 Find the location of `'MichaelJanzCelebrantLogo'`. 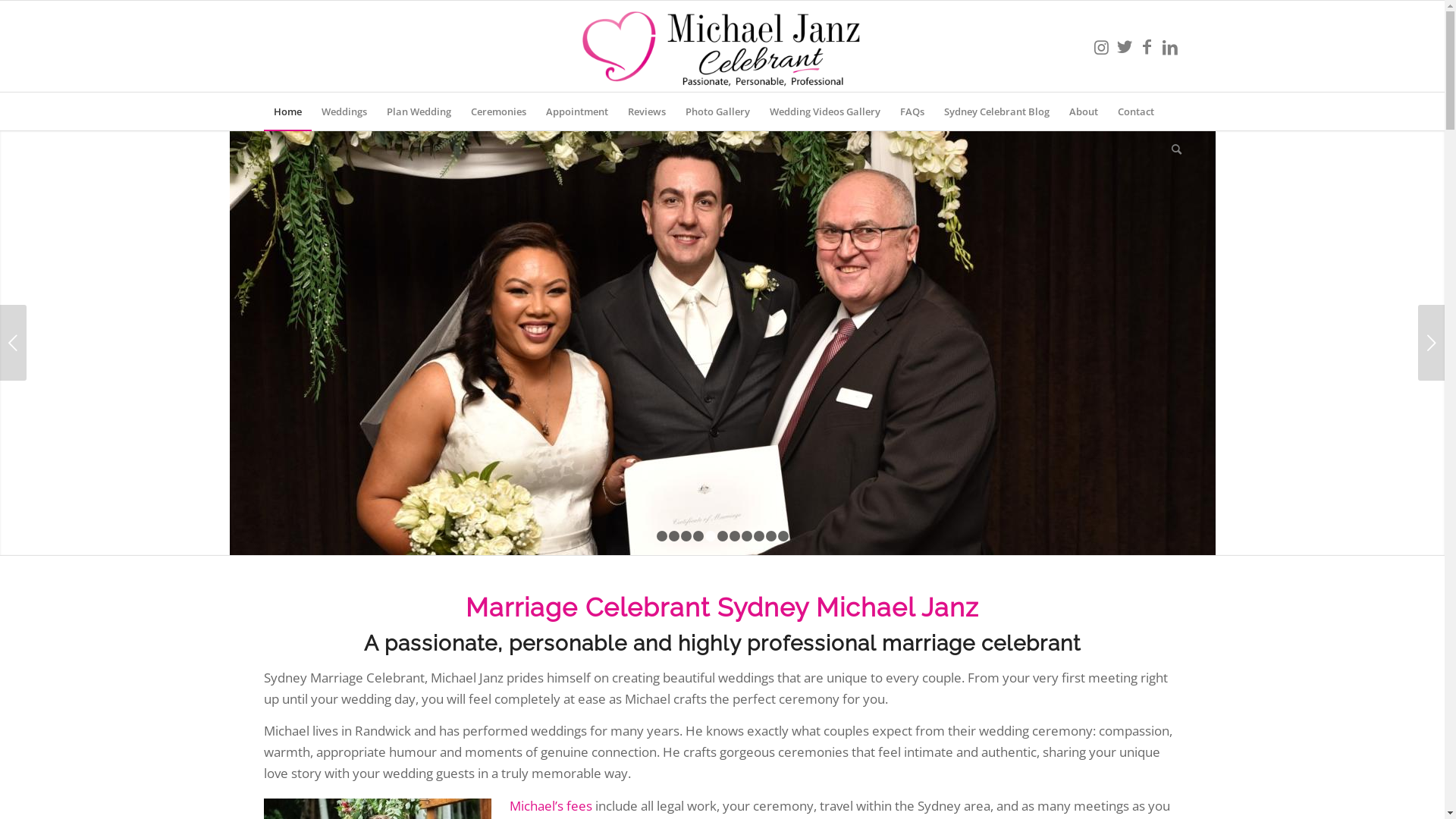

'MichaelJanzCelebrantLogo' is located at coordinates (720, 45).